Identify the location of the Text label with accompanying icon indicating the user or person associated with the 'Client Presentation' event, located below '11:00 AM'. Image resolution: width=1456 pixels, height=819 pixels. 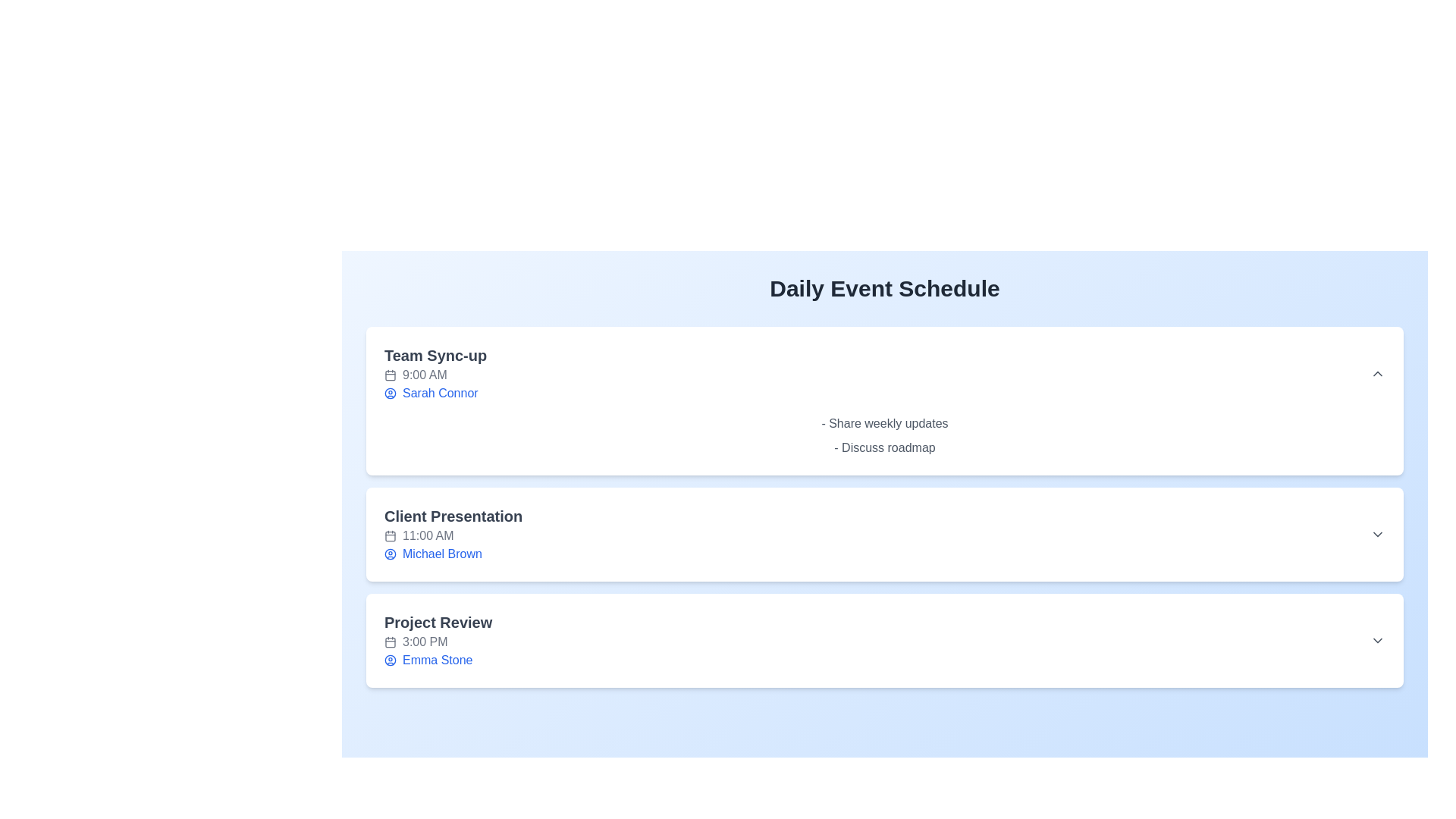
(453, 554).